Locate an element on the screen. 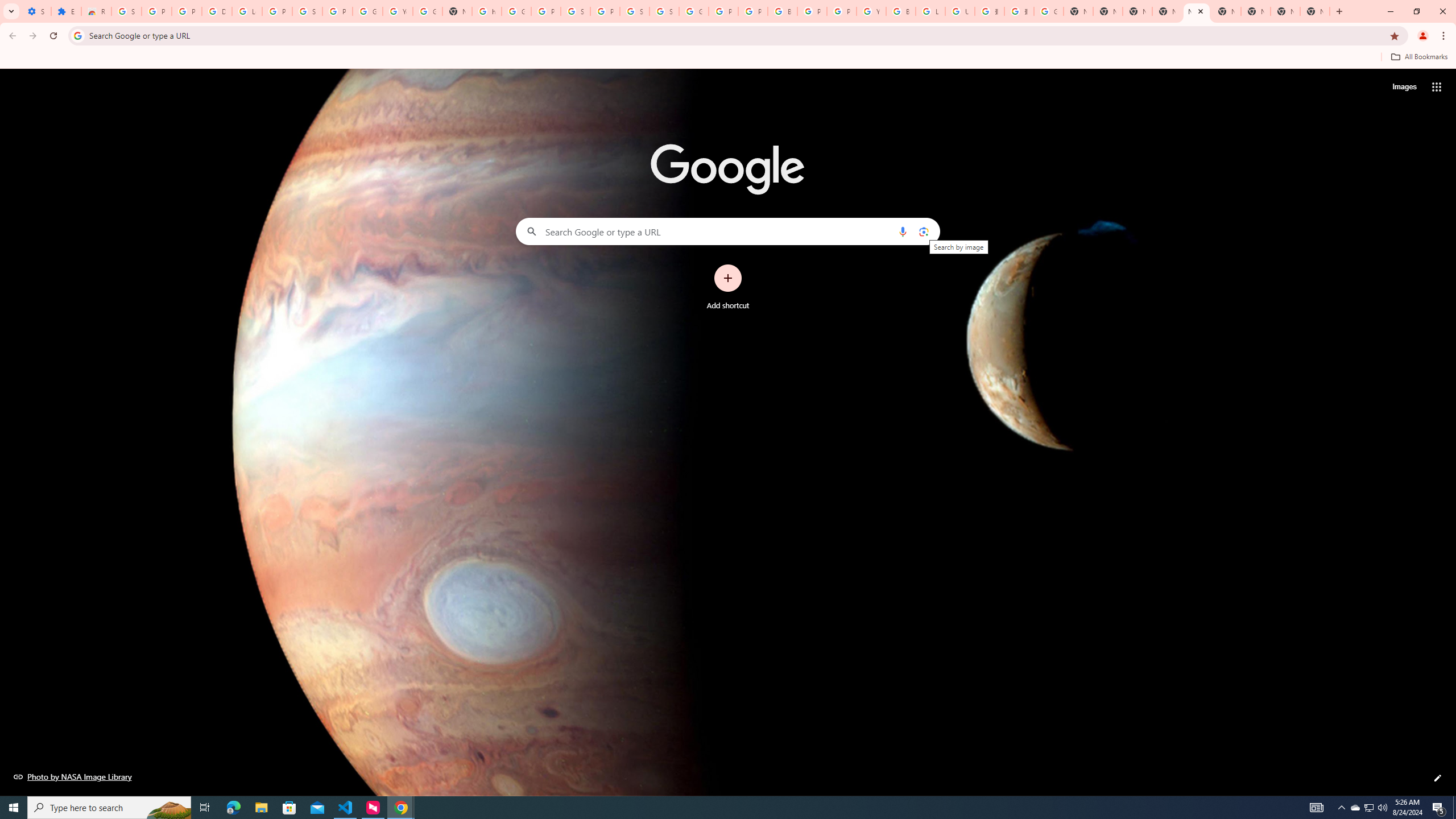  'Privacy Help Center - Policies Help' is located at coordinates (723, 11).